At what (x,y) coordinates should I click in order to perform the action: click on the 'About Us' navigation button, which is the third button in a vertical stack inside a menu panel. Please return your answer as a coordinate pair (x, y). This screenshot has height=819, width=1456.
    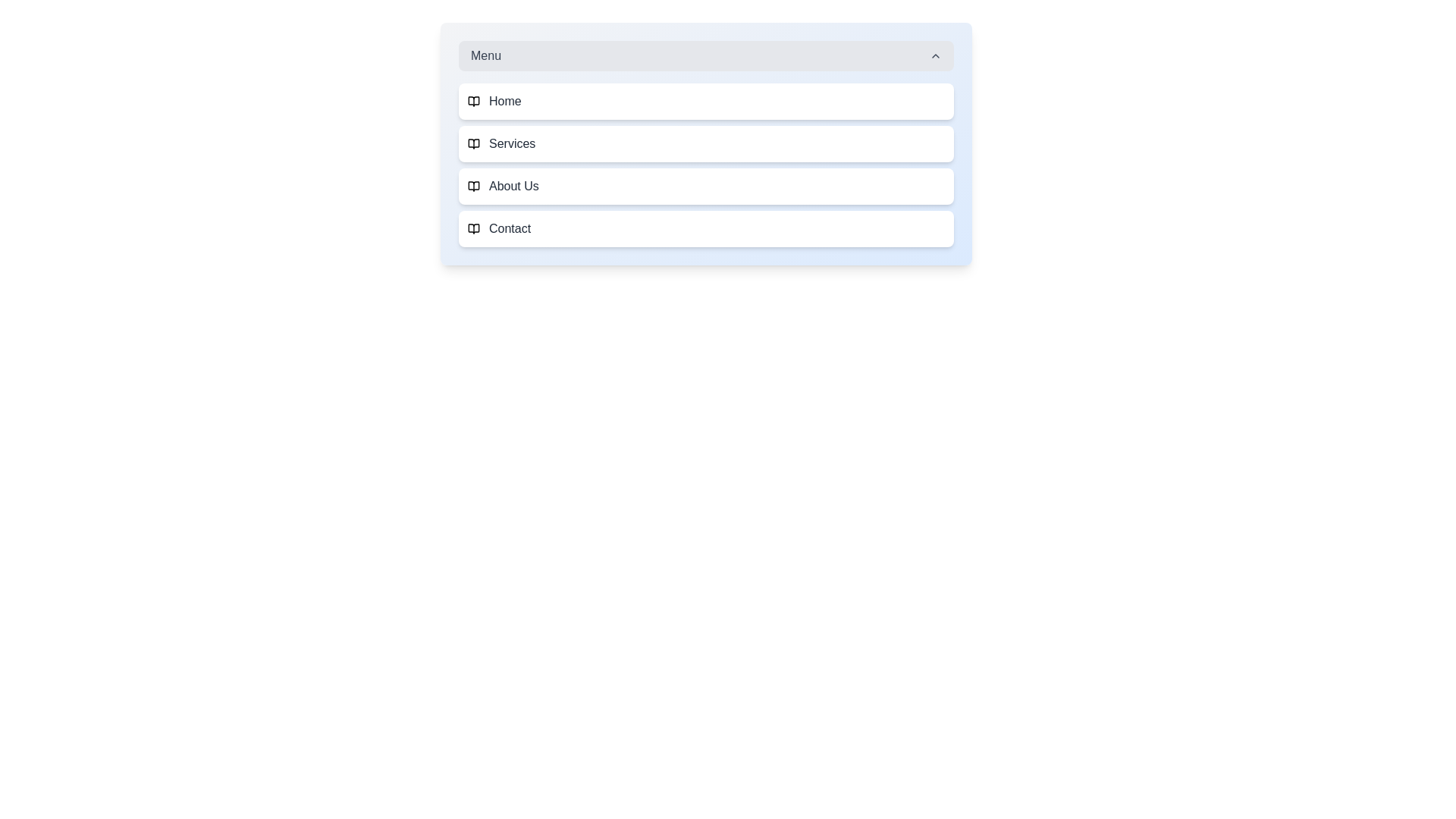
    Looking at the image, I should click on (705, 186).